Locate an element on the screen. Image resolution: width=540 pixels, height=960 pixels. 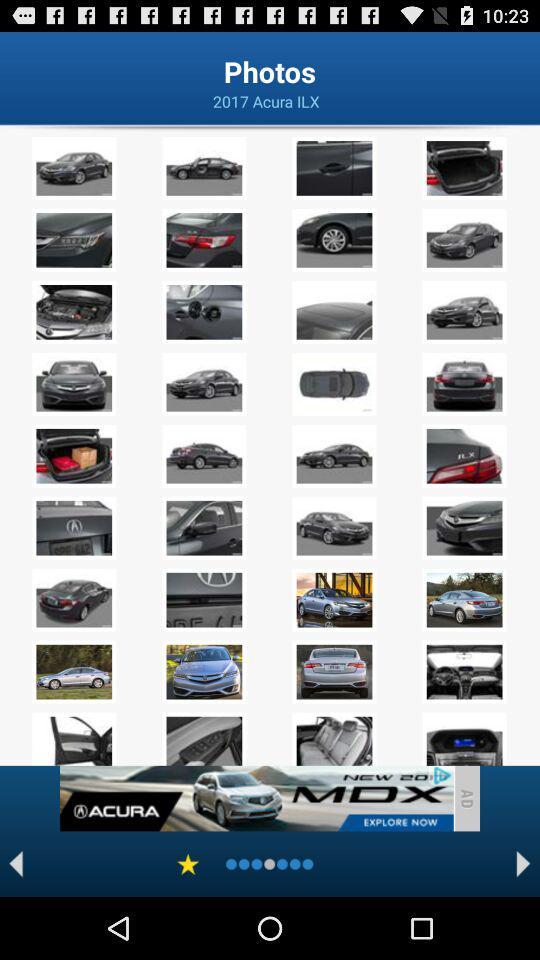
goes to next page is located at coordinates (523, 863).